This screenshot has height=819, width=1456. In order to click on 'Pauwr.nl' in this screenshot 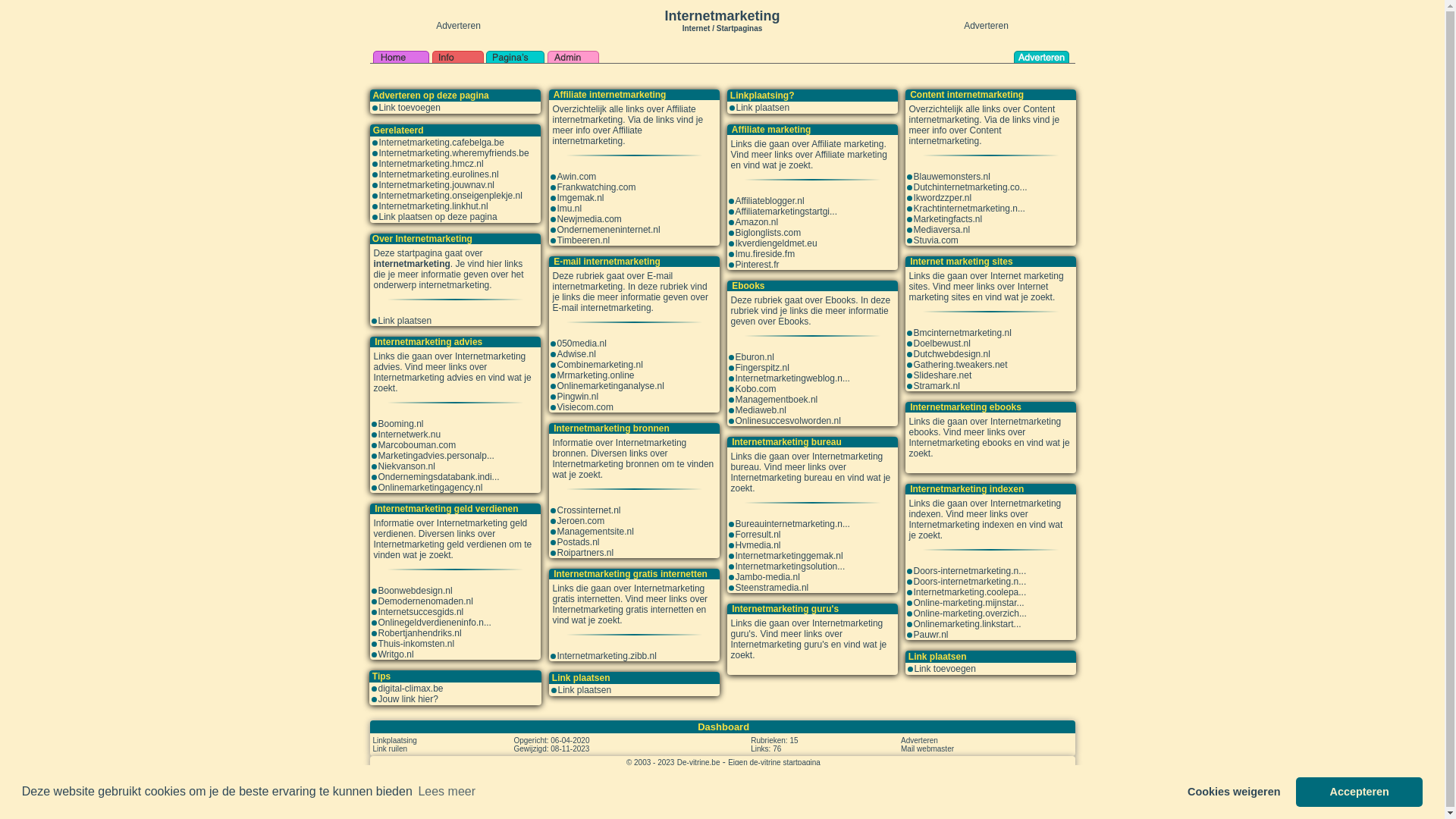, I will do `click(930, 635)`.